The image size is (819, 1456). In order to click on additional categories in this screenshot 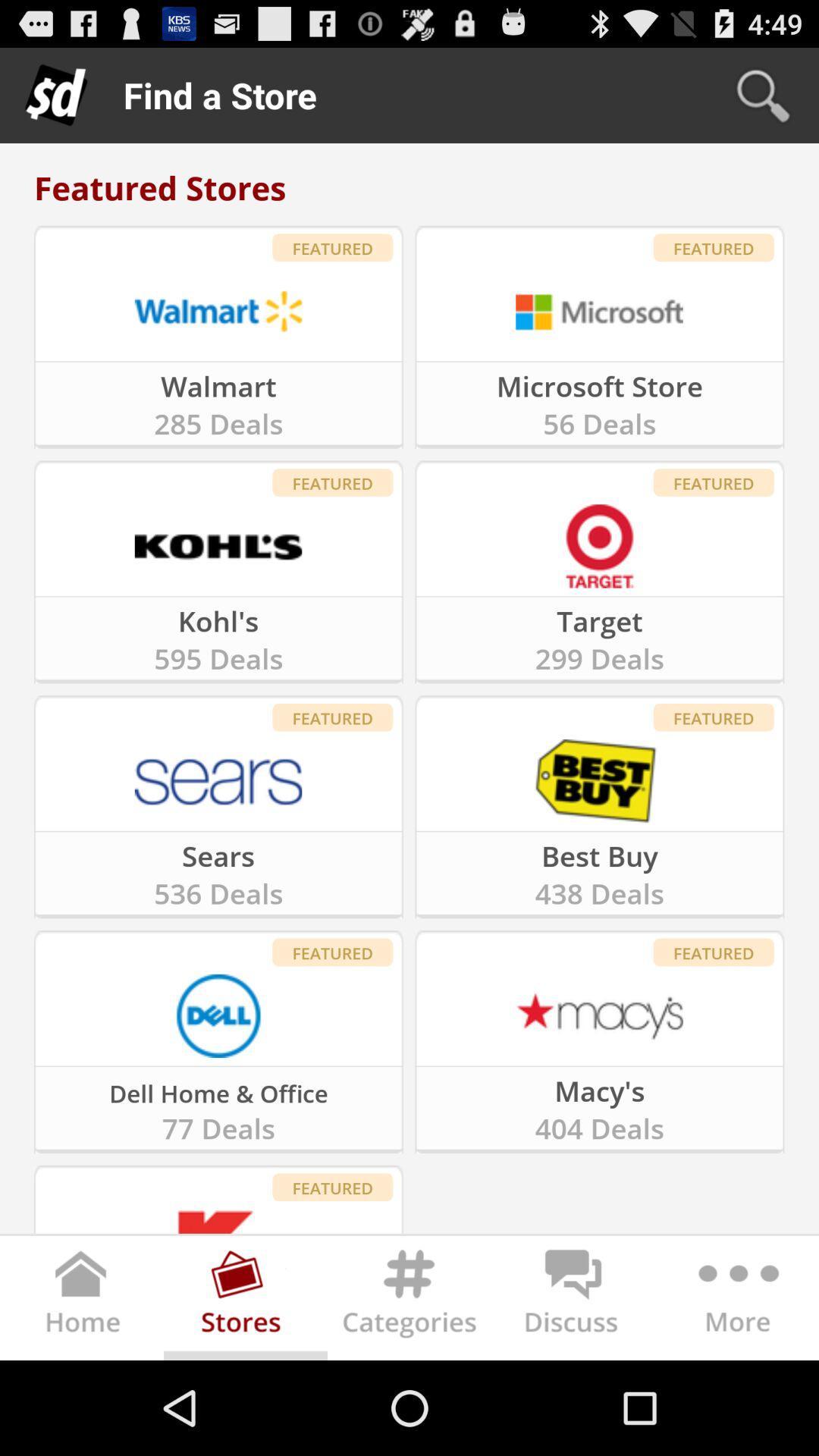, I will do `click(736, 1300)`.